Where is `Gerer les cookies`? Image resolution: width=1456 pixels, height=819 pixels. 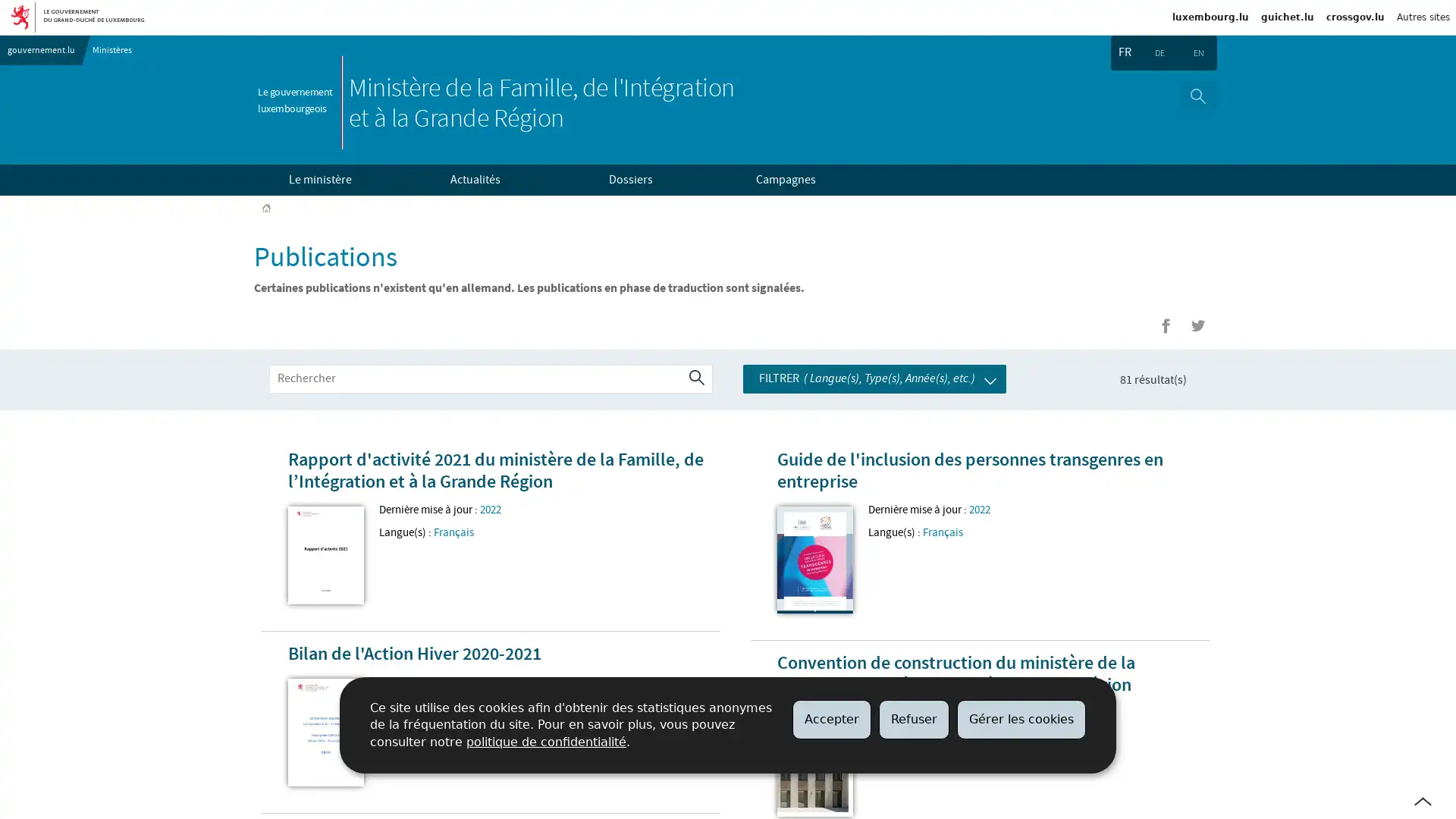
Gerer les cookies is located at coordinates (1021, 718).